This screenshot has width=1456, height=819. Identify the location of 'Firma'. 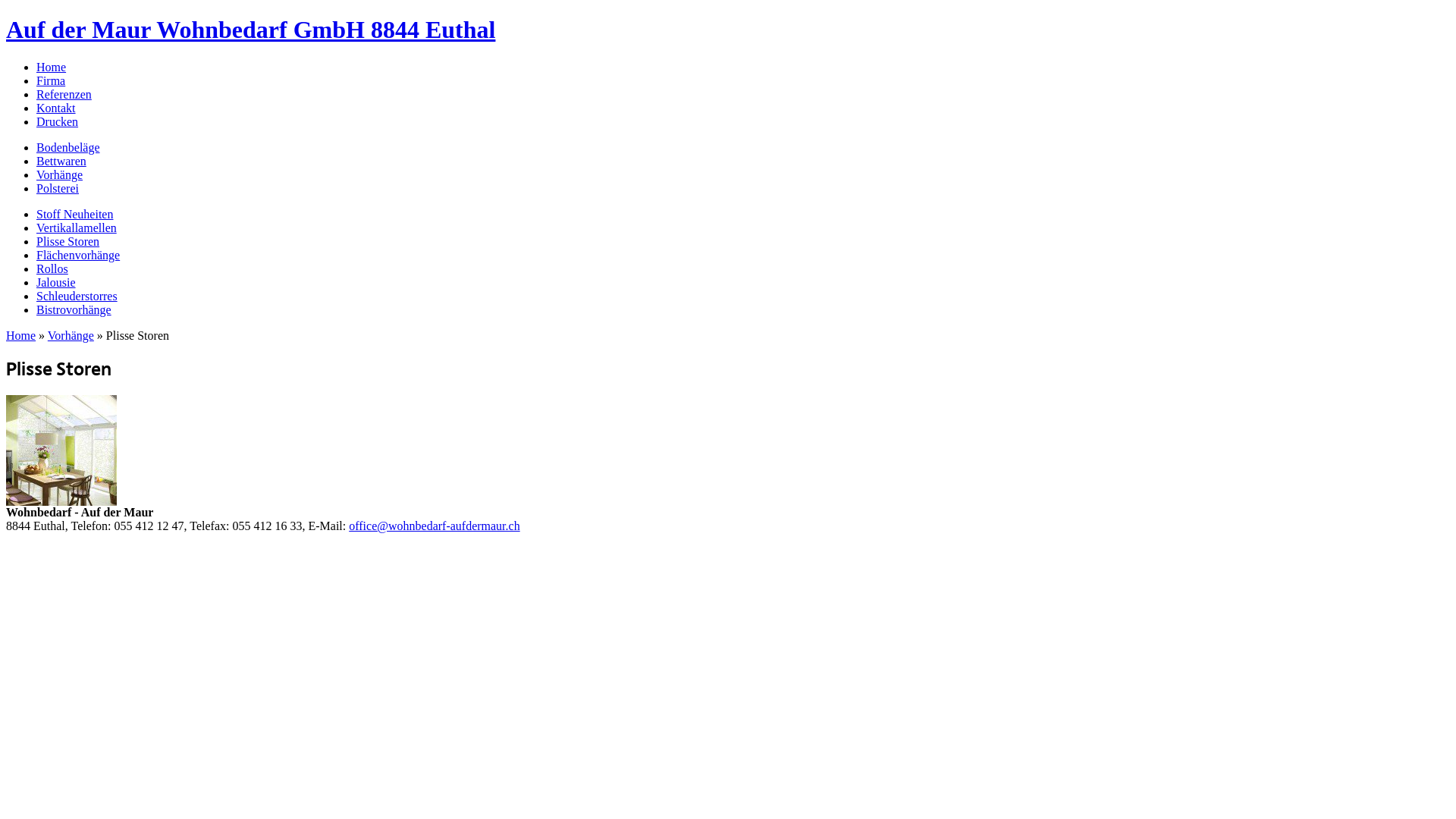
(36, 80).